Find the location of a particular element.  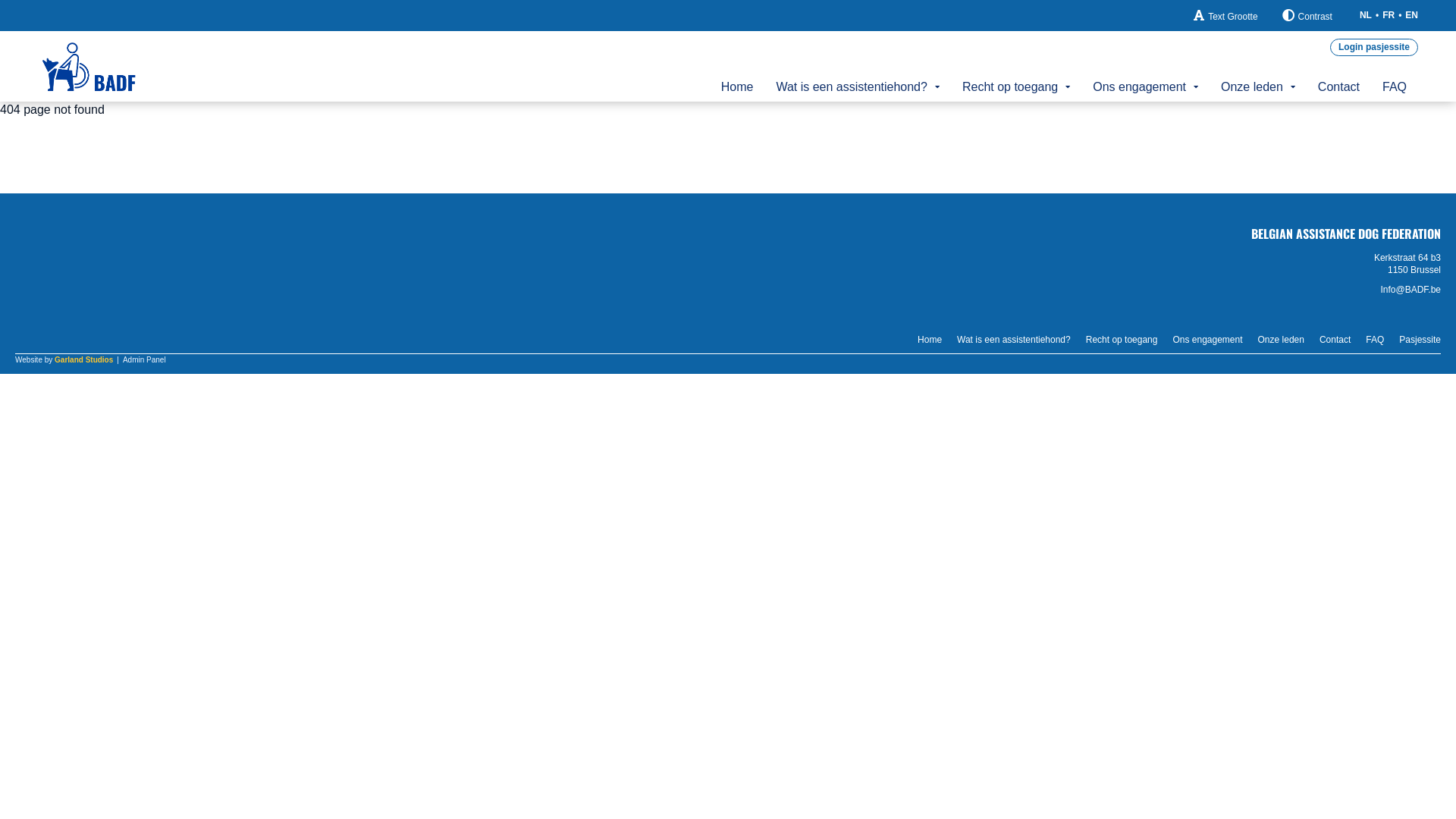

'Garland Studios' is located at coordinates (55, 359).